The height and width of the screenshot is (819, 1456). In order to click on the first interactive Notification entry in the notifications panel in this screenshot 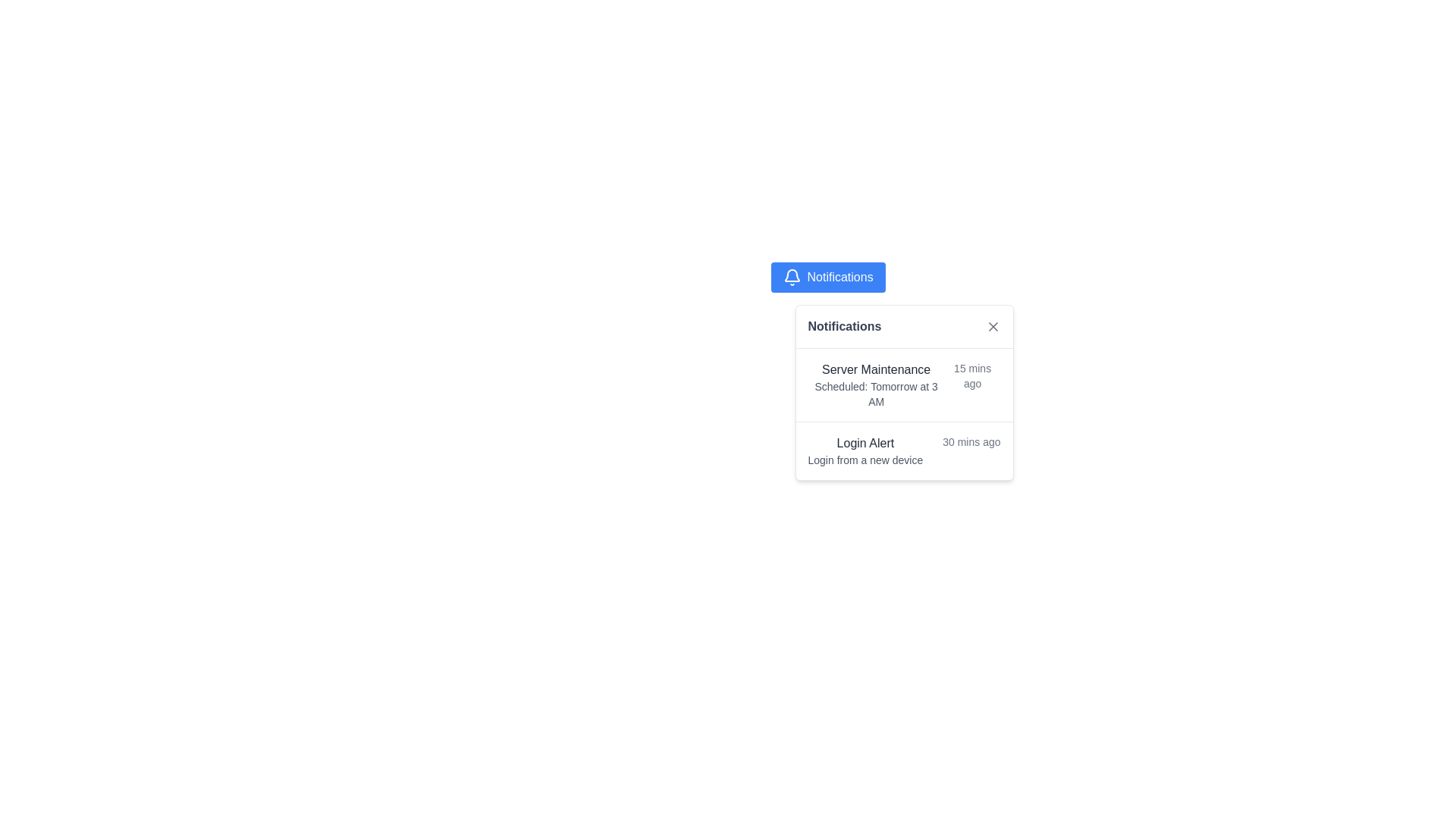, I will do `click(904, 384)`.